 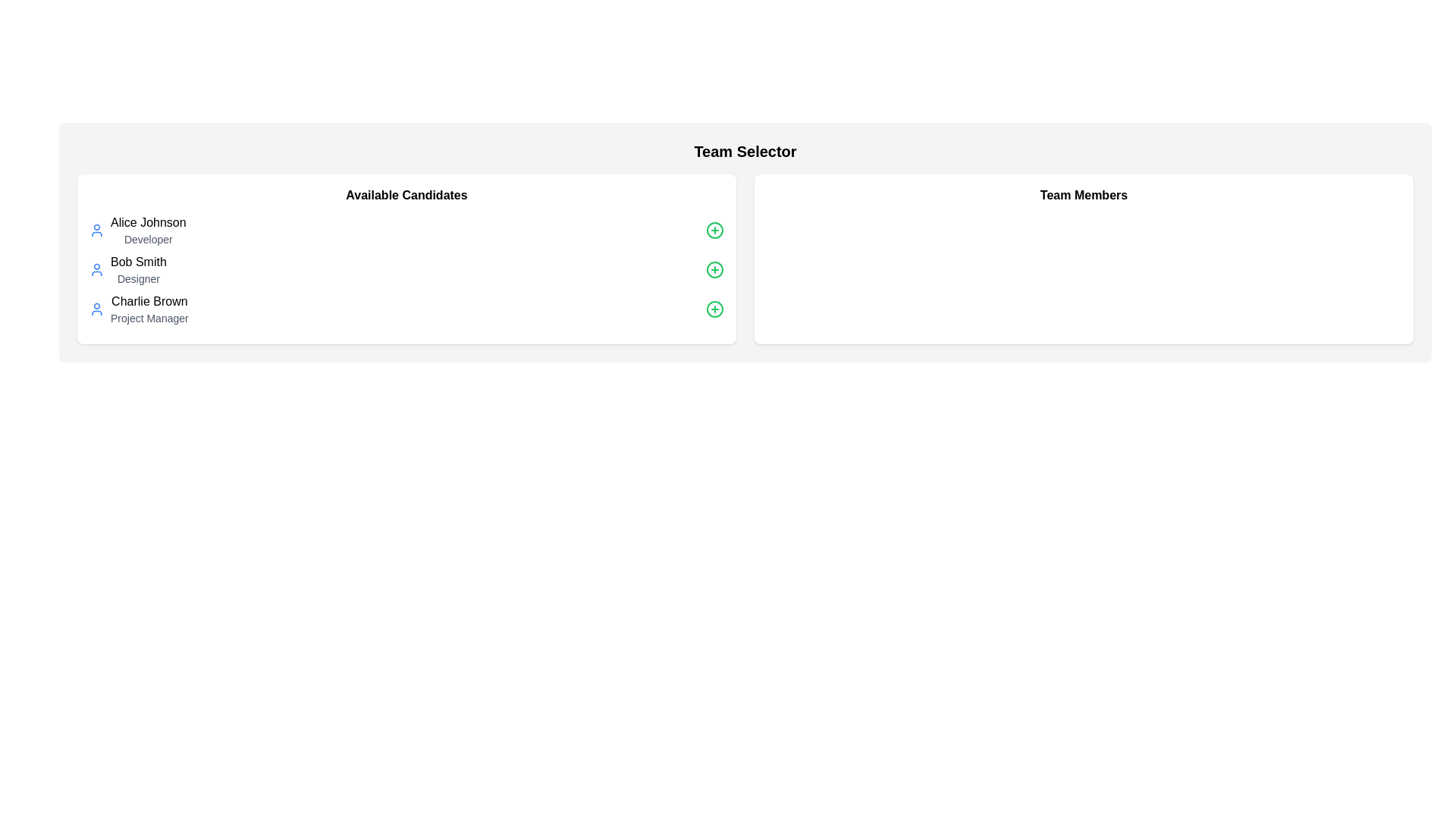 What do you see at coordinates (138, 268) in the screenshot?
I see `the text display showing 'Bob Smith' and 'Designer' in the 'Available Candidates' section, which is the second entry below 'Alice Johnson - Developer'` at bounding box center [138, 268].